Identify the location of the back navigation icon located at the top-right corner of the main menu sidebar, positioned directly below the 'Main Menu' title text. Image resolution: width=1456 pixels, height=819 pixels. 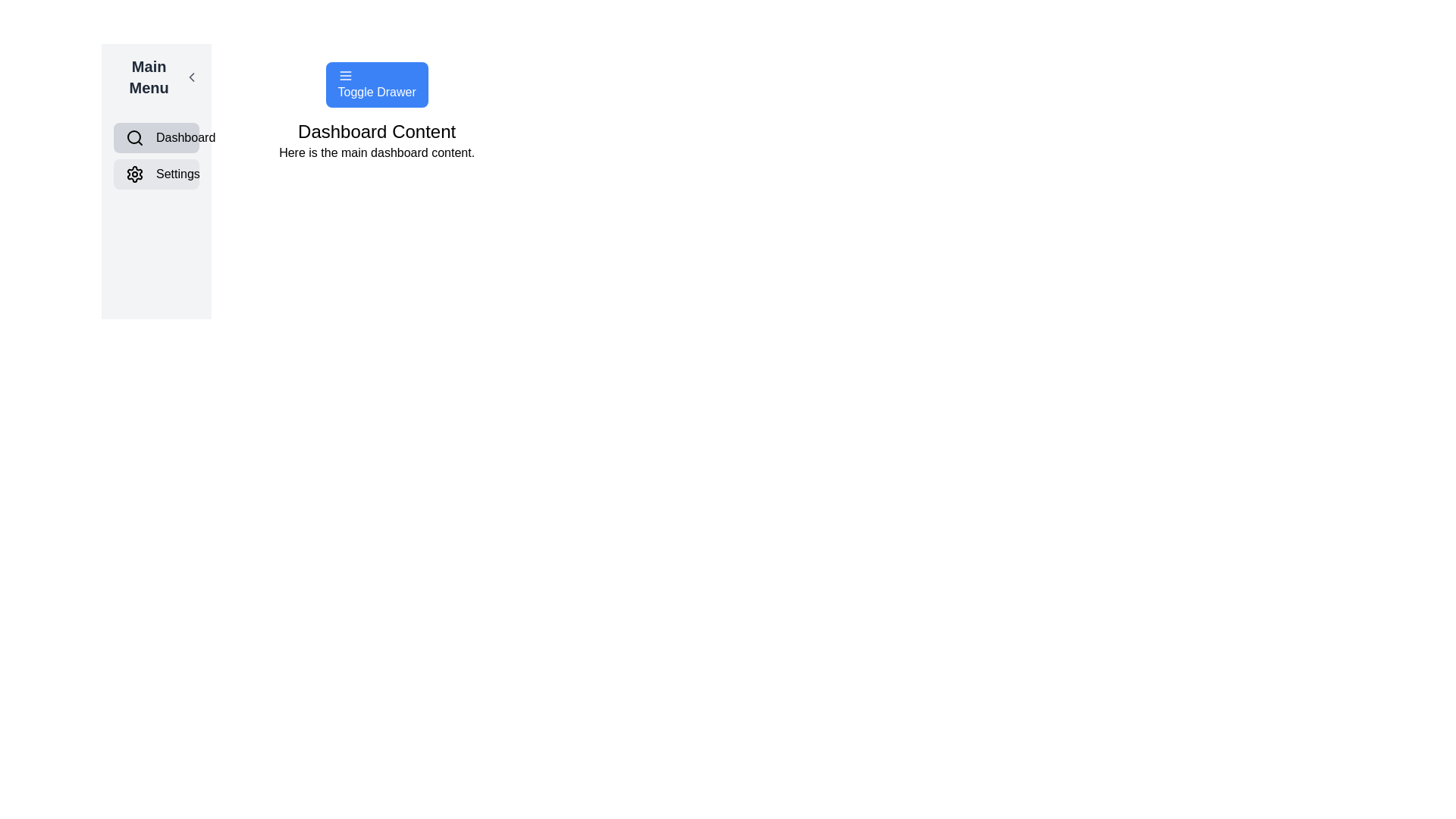
(191, 77).